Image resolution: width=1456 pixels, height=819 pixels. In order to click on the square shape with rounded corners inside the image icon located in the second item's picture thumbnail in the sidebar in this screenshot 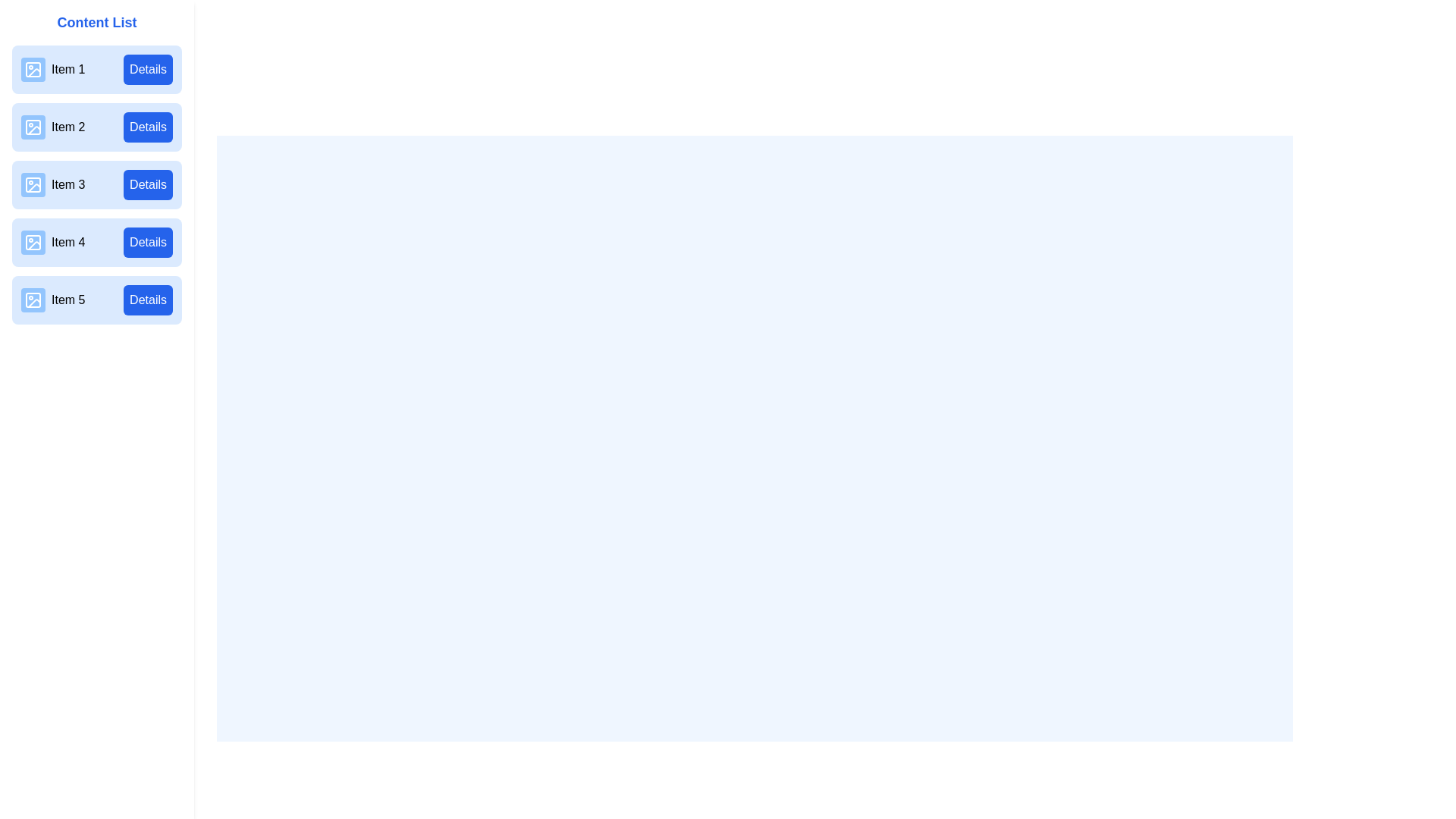, I will do `click(33, 127)`.